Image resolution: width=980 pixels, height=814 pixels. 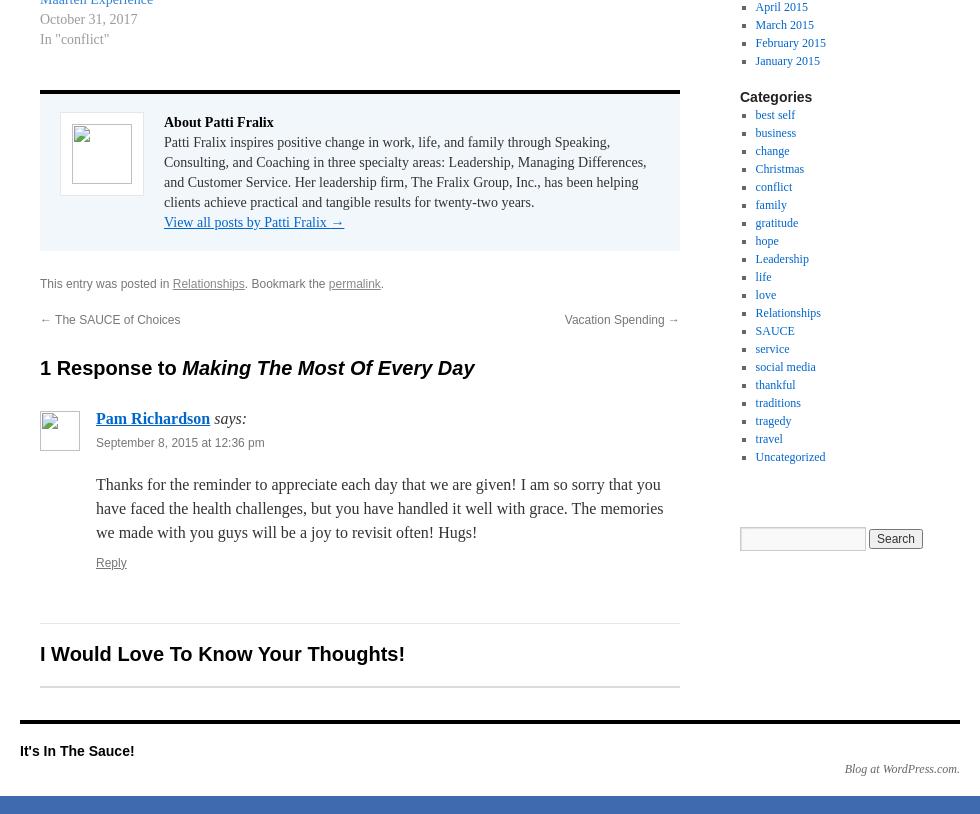 I want to click on 'says:', so click(x=230, y=416).